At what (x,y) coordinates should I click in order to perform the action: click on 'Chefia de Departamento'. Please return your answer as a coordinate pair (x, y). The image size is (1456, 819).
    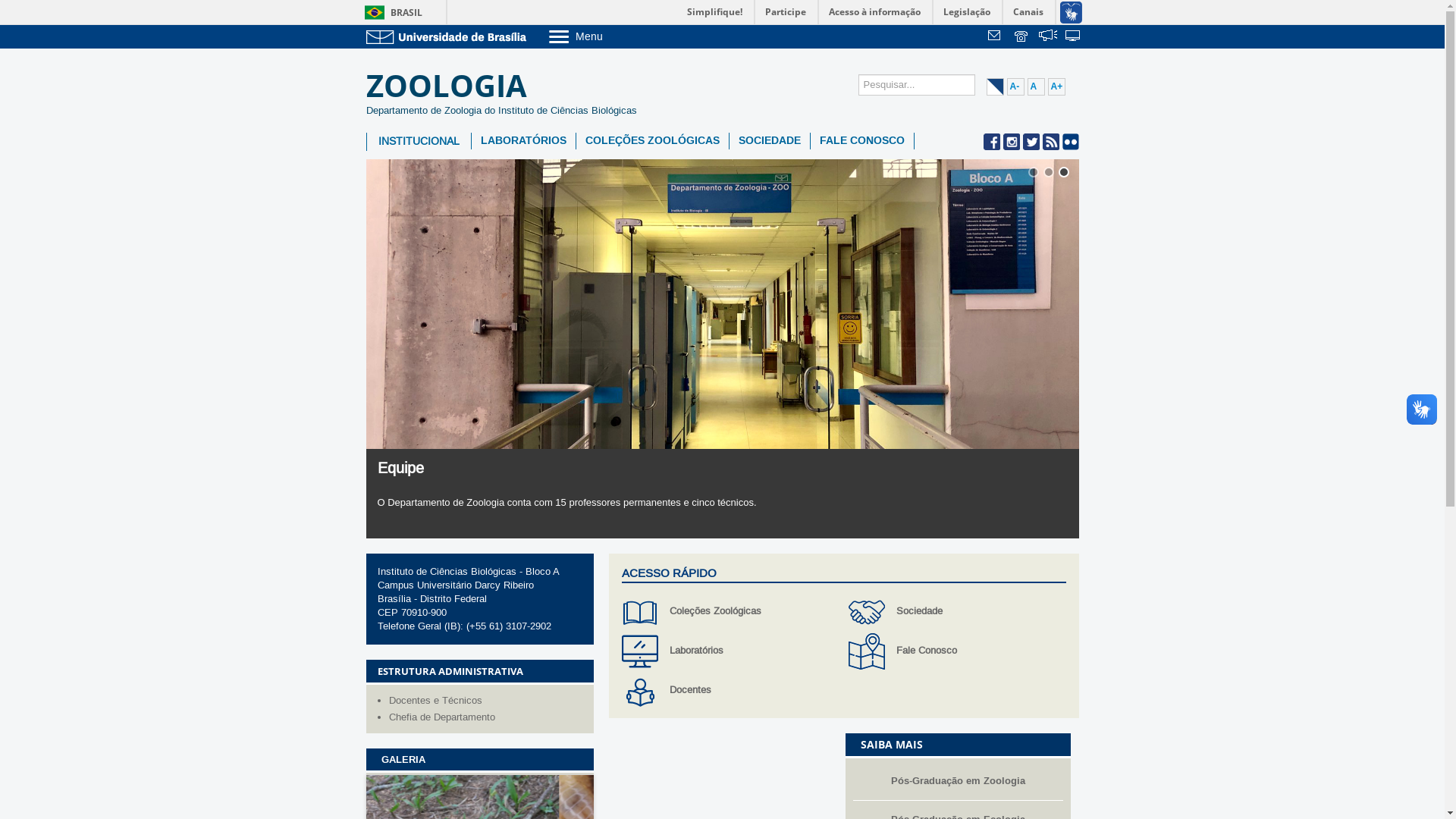
    Looking at the image, I should click on (487, 717).